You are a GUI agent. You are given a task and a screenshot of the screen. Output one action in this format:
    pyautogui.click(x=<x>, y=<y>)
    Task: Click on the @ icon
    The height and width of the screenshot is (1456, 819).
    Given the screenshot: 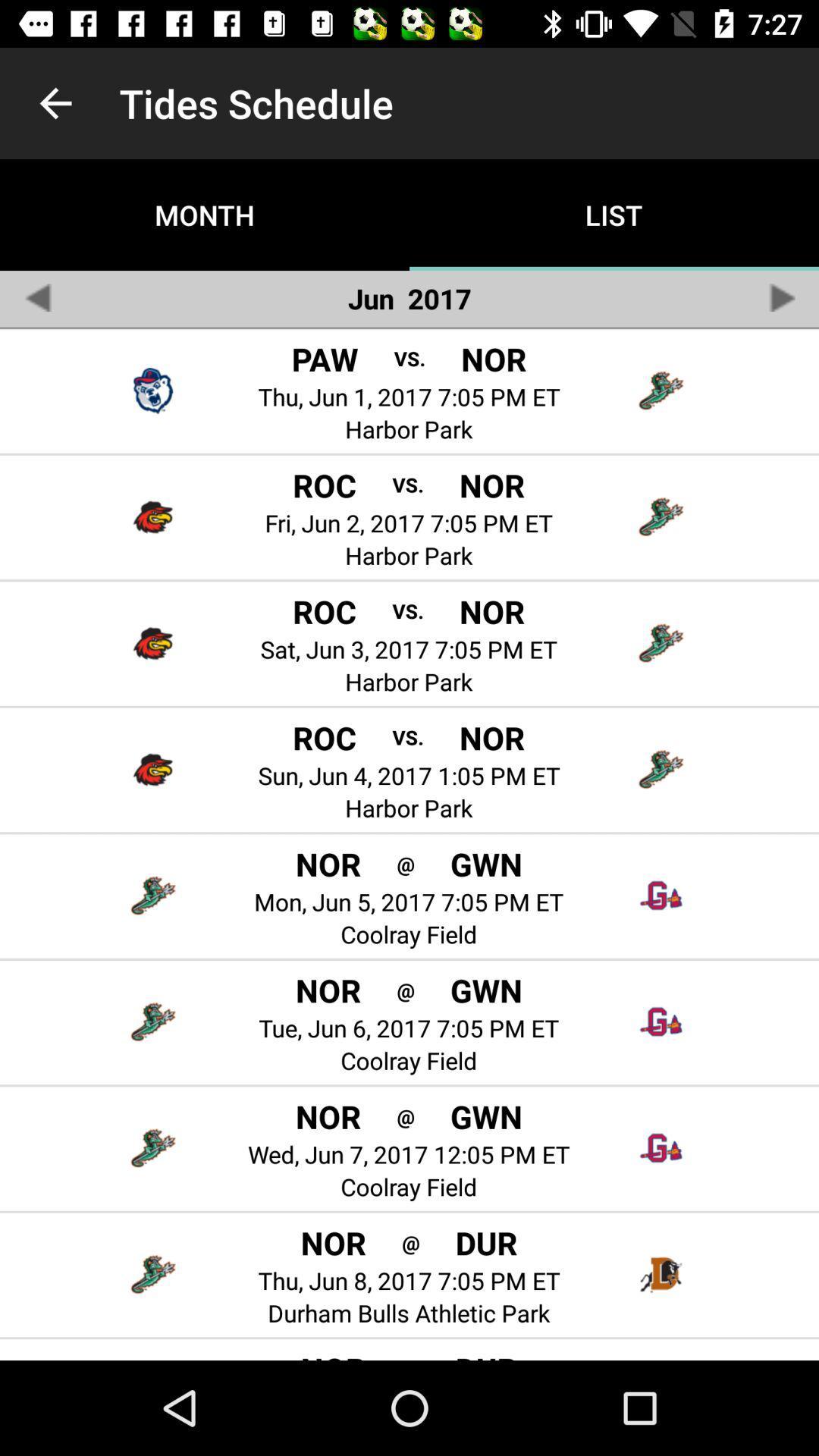 What is the action you would take?
    pyautogui.click(x=410, y=1242)
    